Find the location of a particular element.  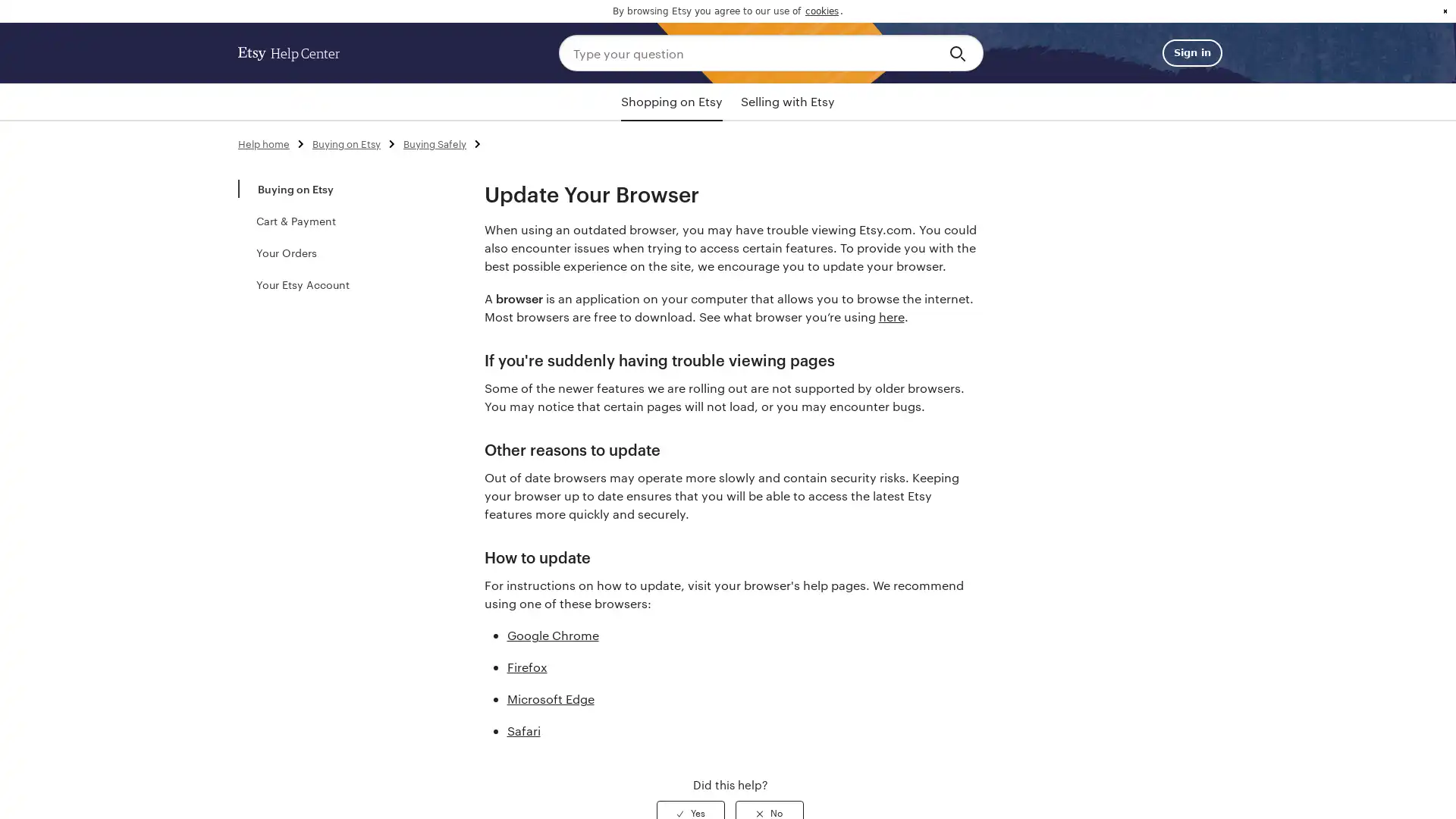

dismiss cookie message is located at coordinates (1444, 11).